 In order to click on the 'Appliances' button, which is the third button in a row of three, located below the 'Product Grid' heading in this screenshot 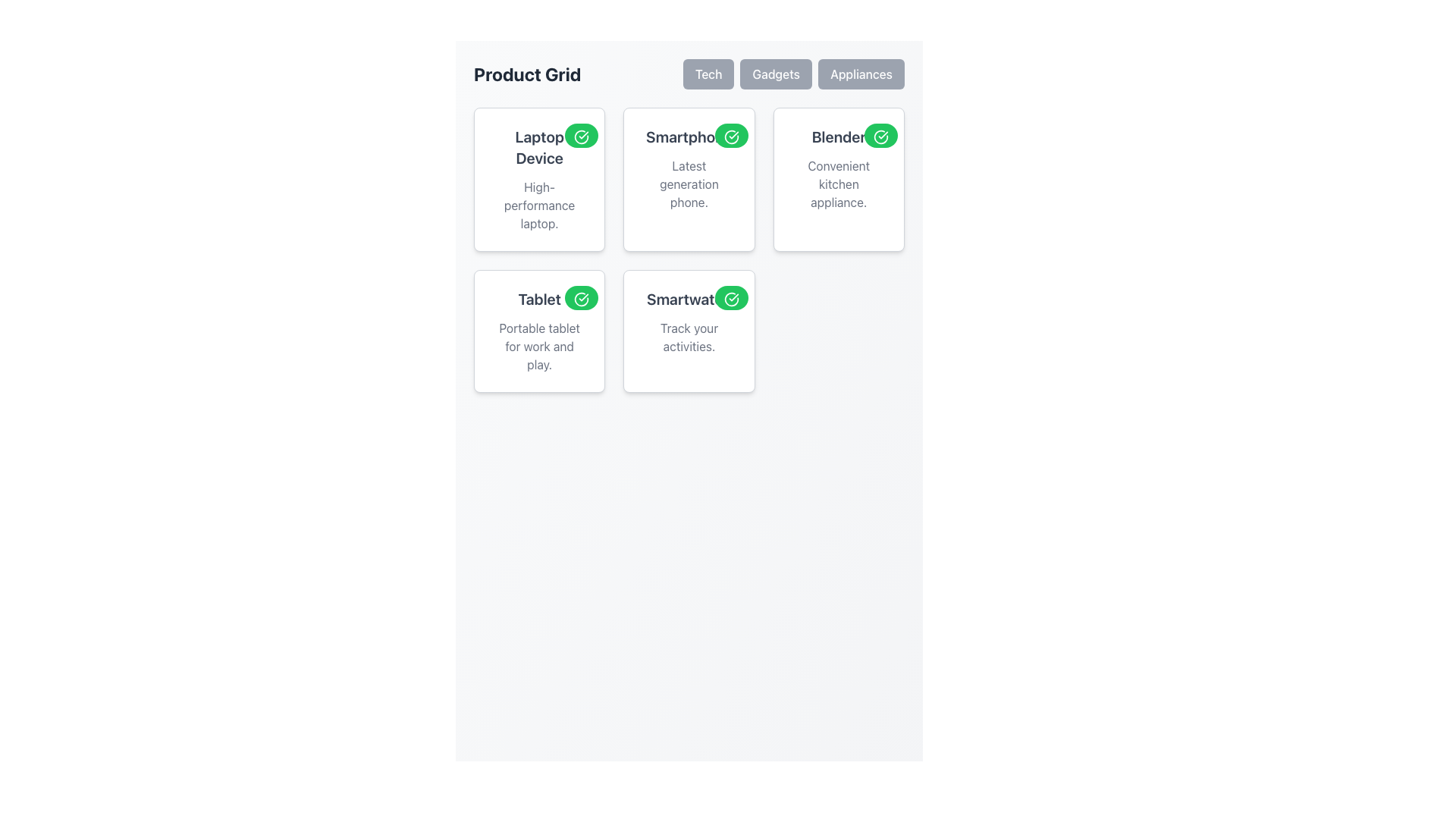, I will do `click(861, 74)`.